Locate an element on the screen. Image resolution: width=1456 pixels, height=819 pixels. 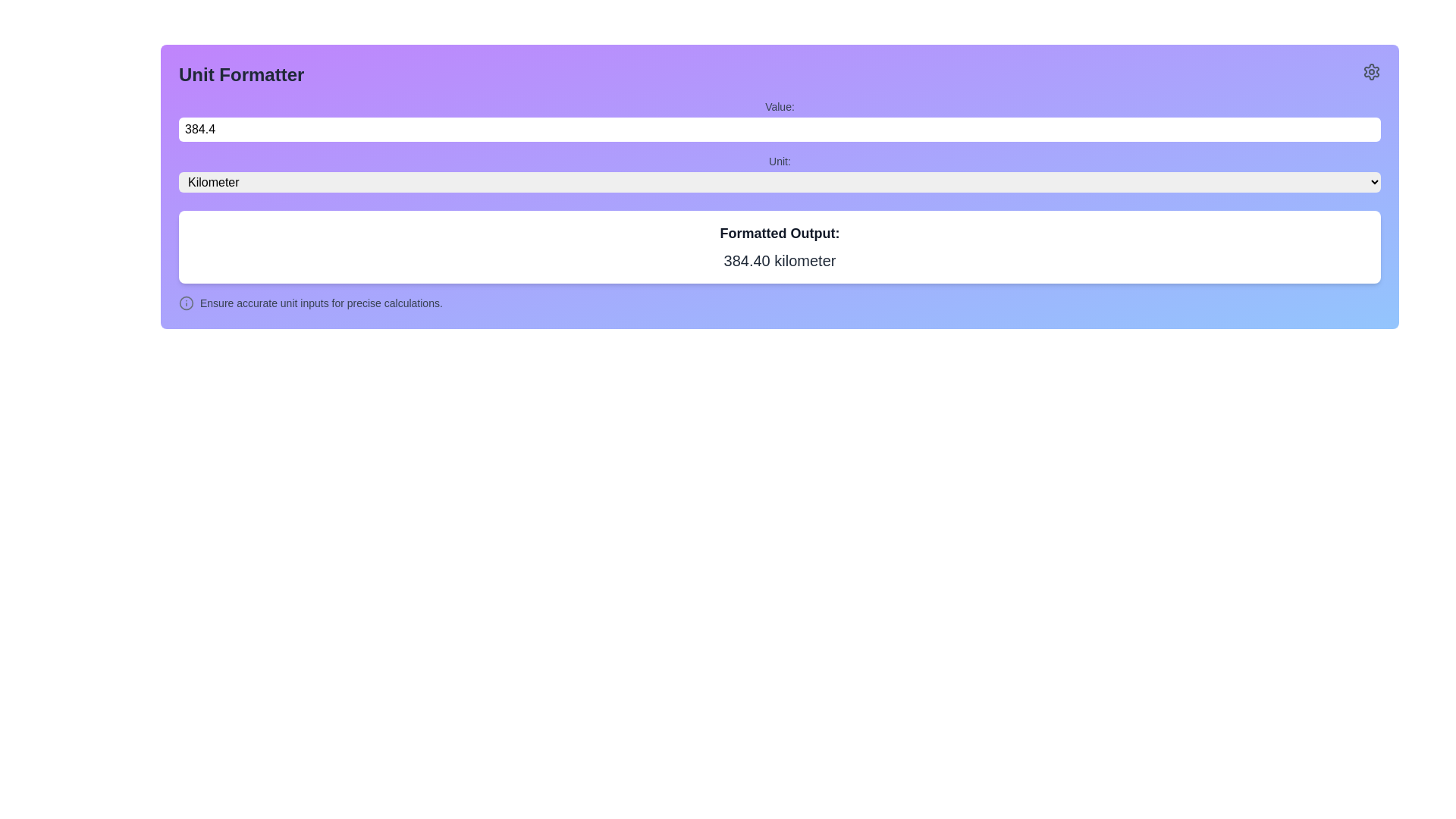
the circular icon with a thin dark border and an exclamation point is located at coordinates (185, 303).